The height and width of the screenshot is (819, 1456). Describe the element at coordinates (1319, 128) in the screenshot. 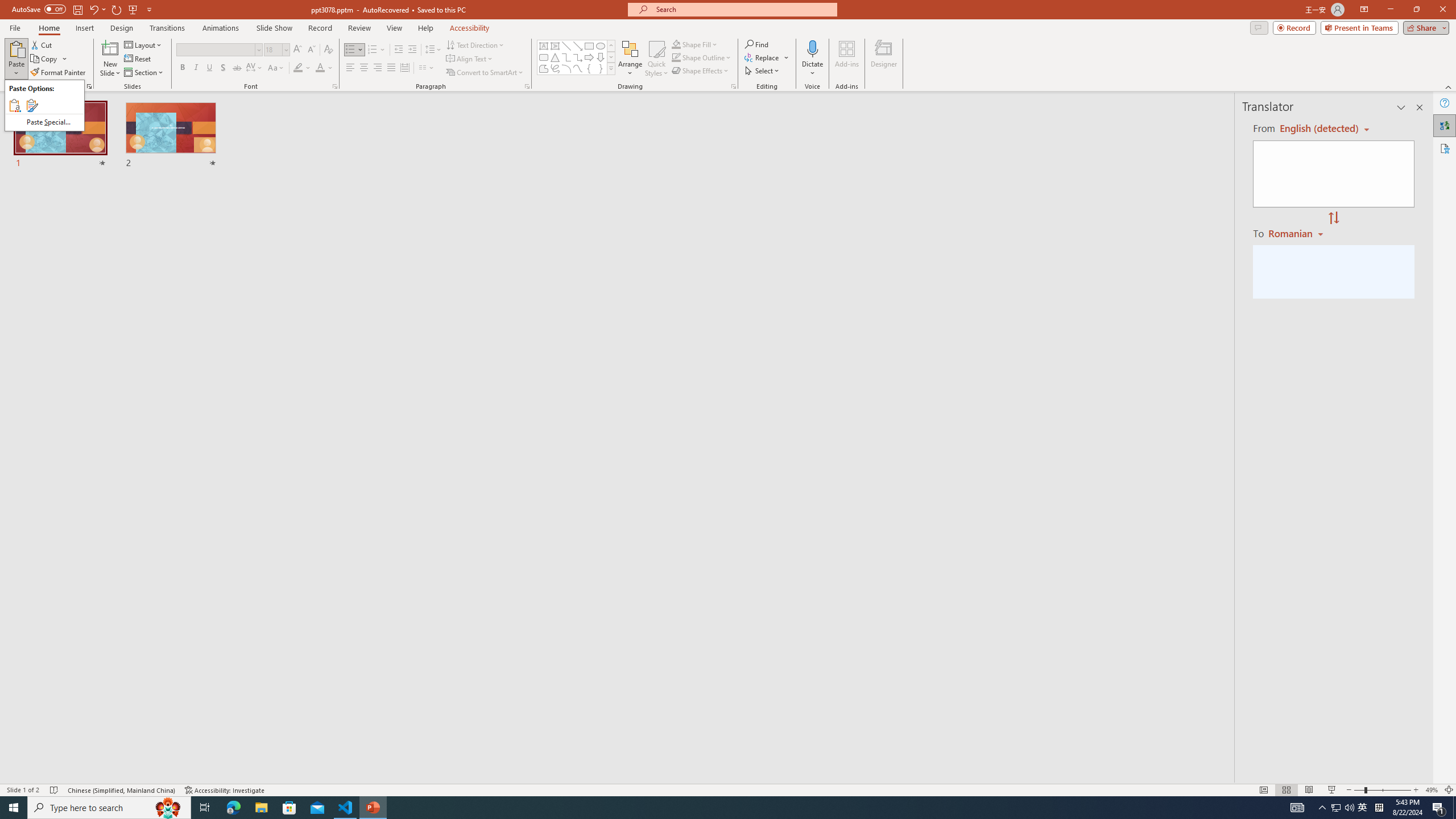

I see `'Czech (detected)'` at that location.